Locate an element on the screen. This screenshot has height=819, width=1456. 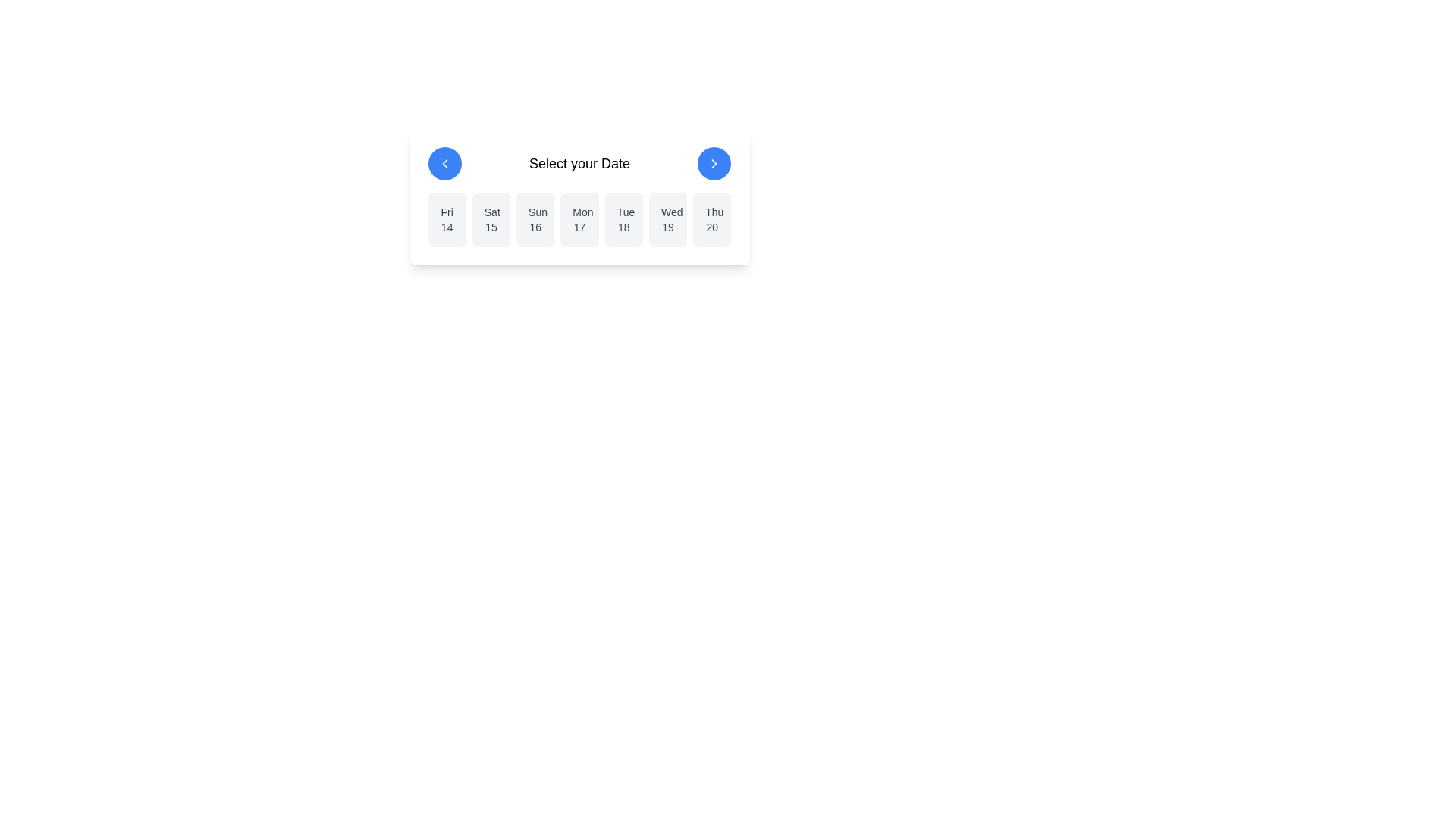
the rightward arrow icon with a thin white outline on a blue circular background is located at coordinates (714, 164).